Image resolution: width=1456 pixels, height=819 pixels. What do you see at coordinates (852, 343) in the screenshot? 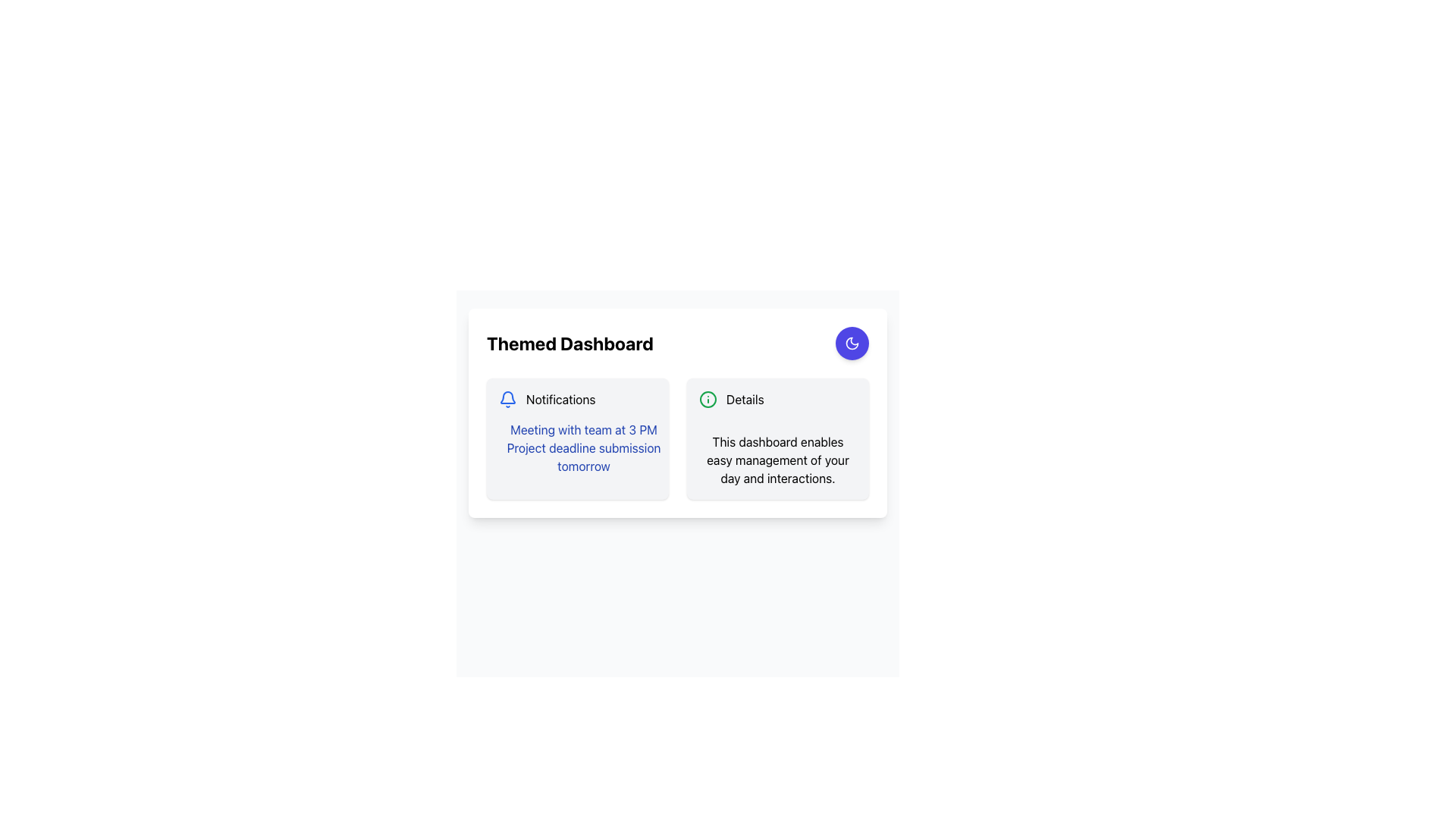
I see `the crescent moon icon in the upper-right corner of the 'Themed Dashboard' card` at bounding box center [852, 343].